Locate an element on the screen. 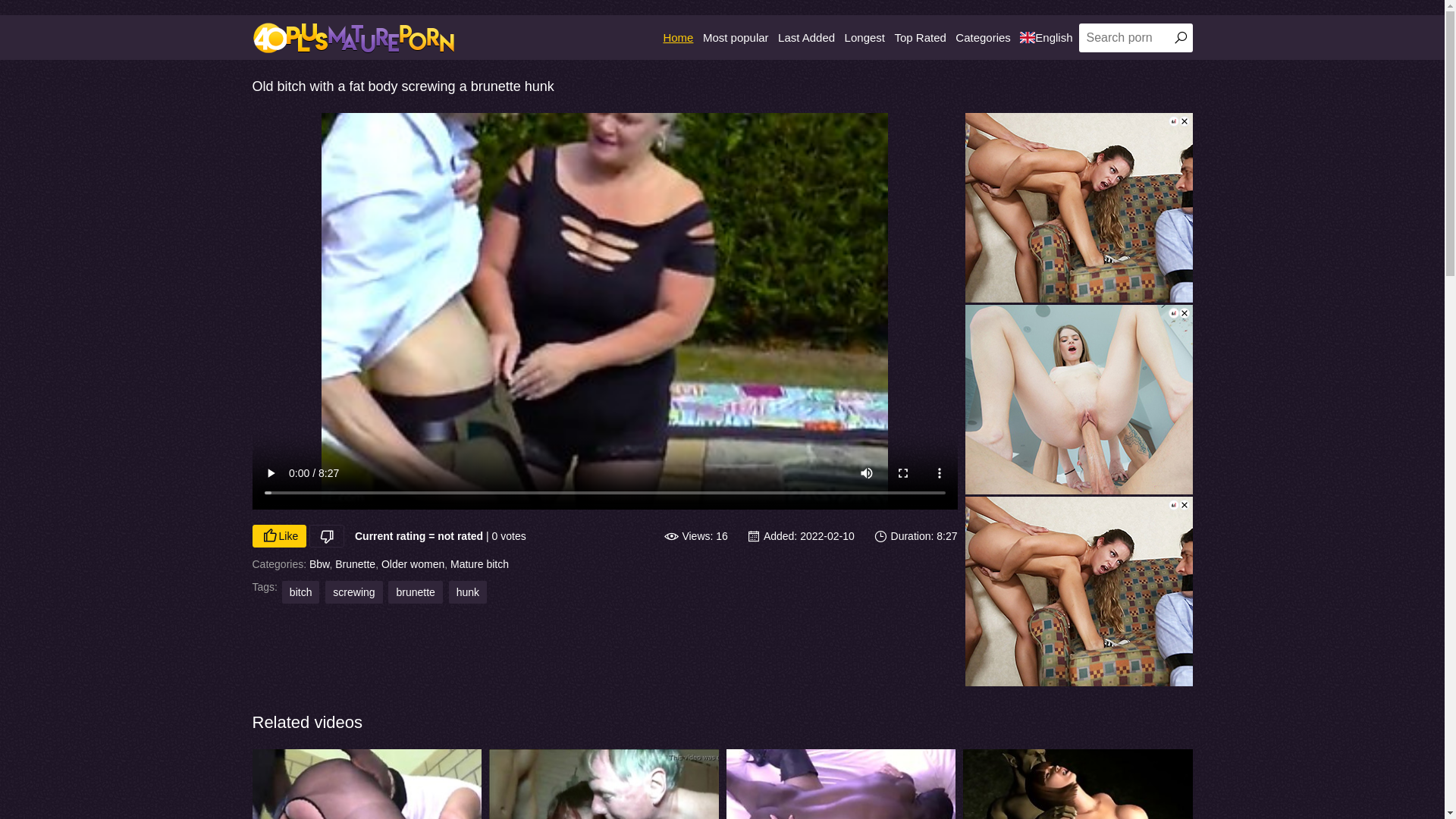 The height and width of the screenshot is (819, 1456). 'screwing' is located at coordinates (353, 591).